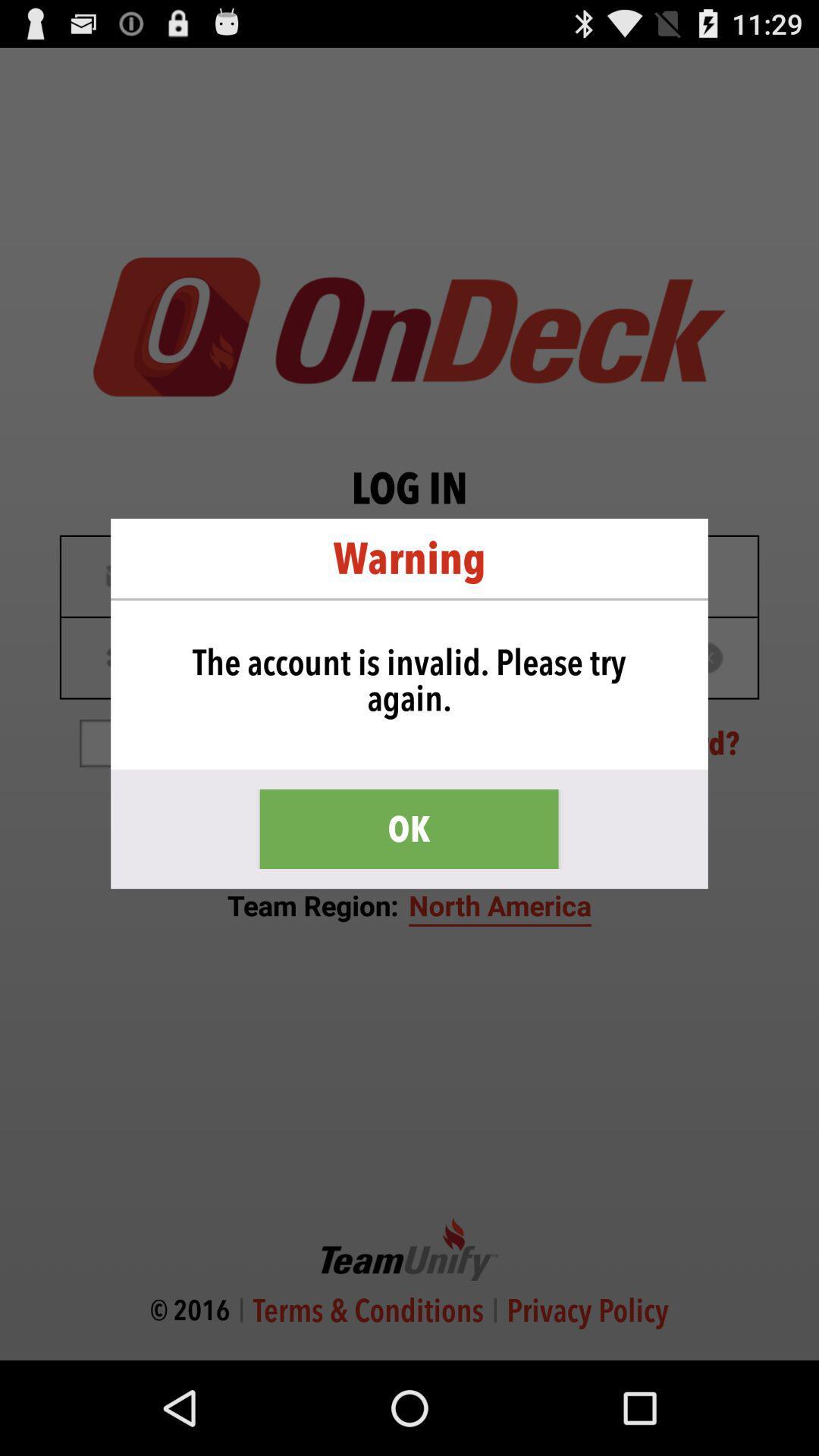  Describe the element at coordinates (408, 828) in the screenshot. I see `ok` at that location.